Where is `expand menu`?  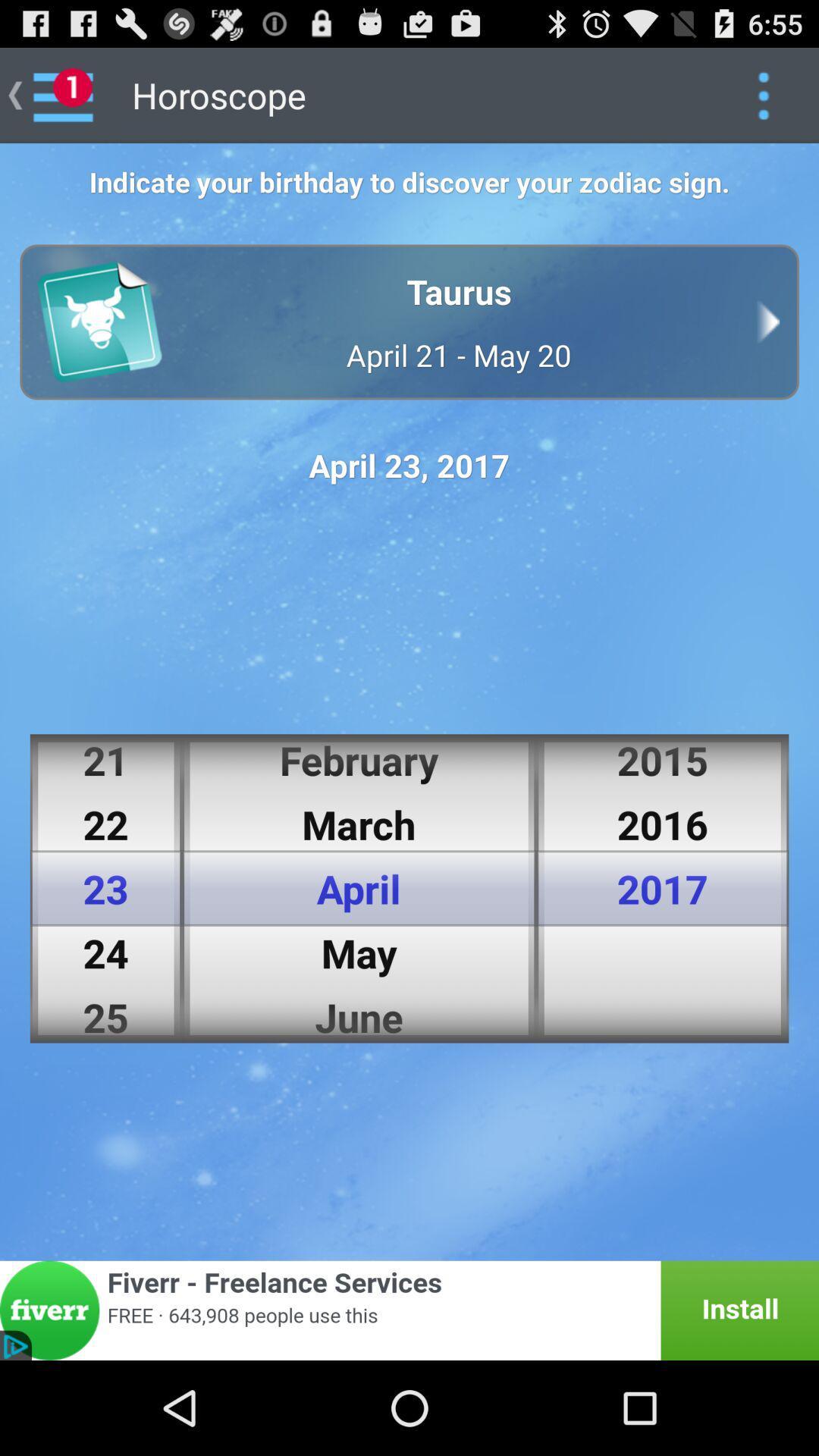 expand menu is located at coordinates (763, 94).